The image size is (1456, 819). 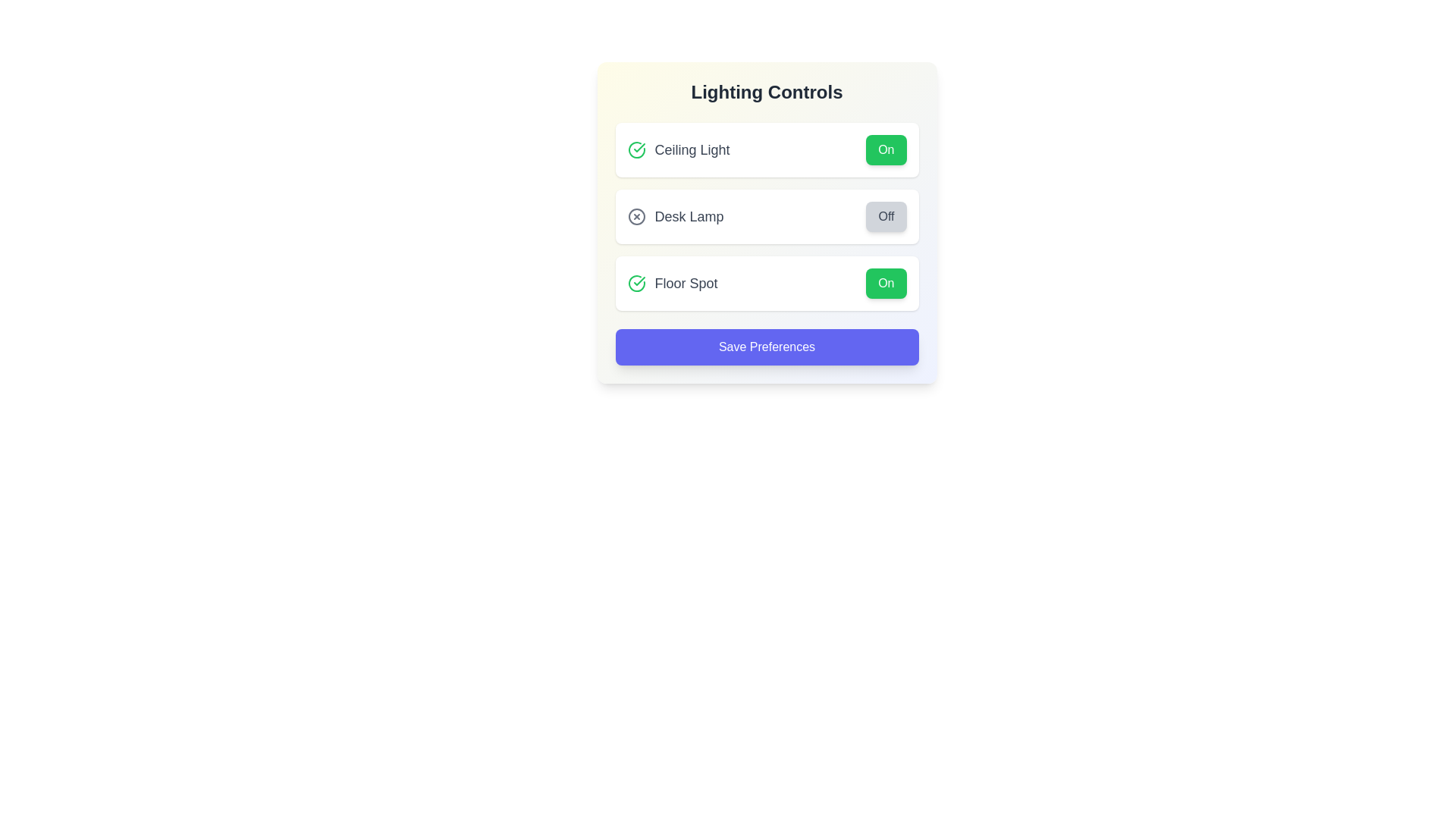 What do you see at coordinates (767, 347) in the screenshot?
I see `'Save Preferences' button to save the current lighting settings` at bounding box center [767, 347].